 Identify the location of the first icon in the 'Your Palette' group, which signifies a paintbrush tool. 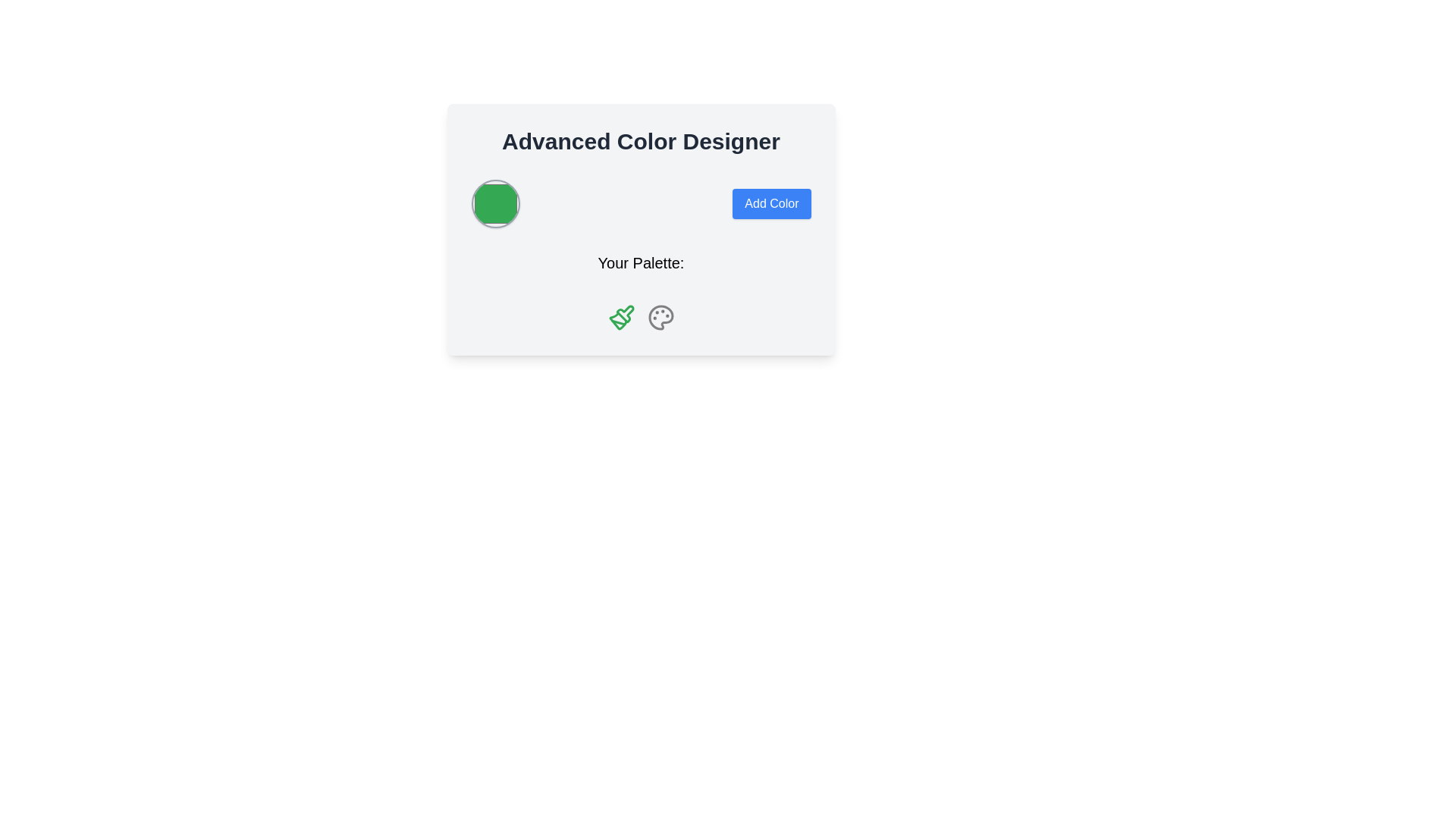
(621, 317).